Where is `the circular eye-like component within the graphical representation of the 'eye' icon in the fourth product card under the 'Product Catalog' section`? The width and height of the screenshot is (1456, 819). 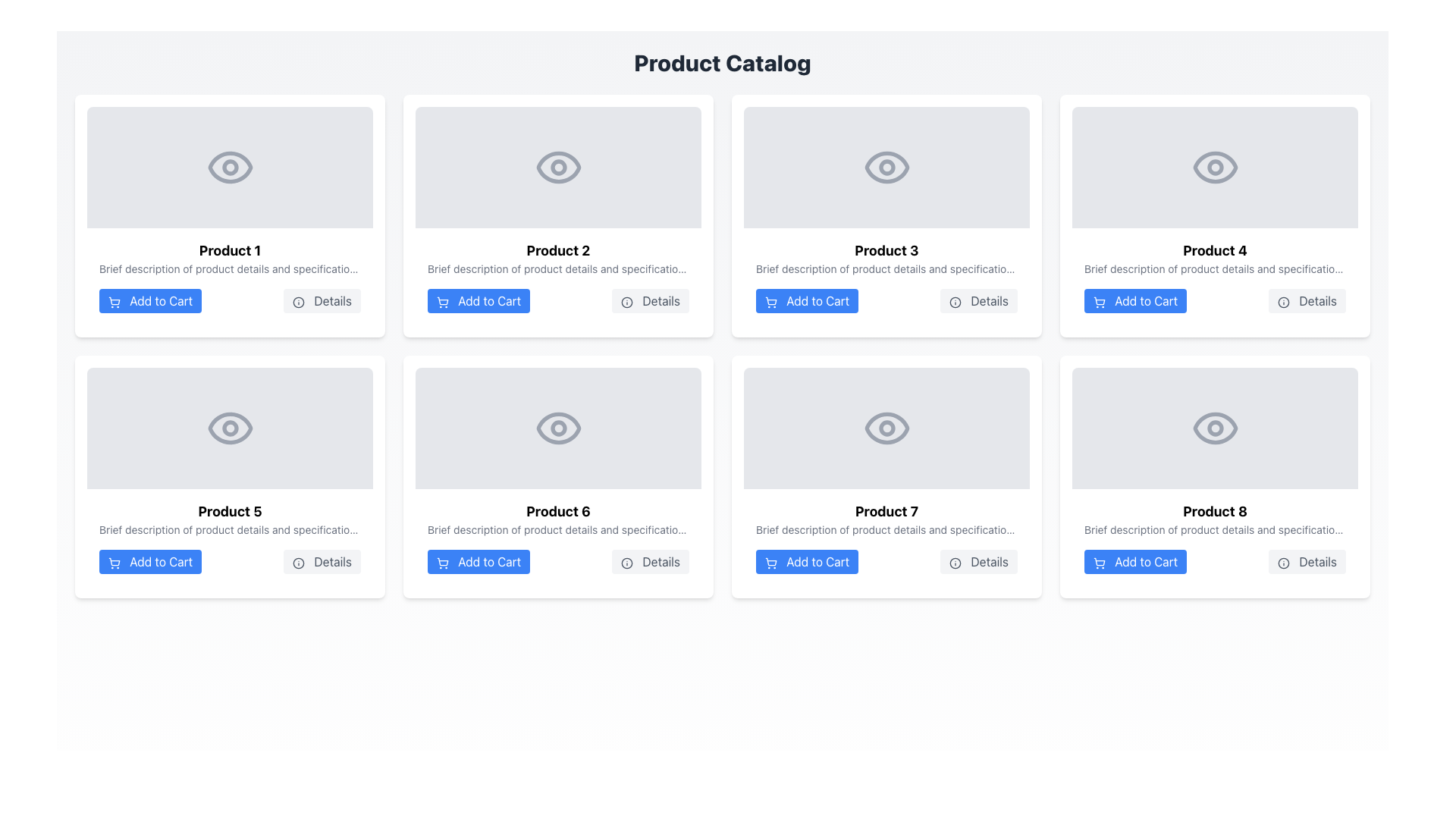 the circular eye-like component within the graphical representation of the 'eye' icon in the fourth product card under the 'Product Catalog' section is located at coordinates (1215, 167).